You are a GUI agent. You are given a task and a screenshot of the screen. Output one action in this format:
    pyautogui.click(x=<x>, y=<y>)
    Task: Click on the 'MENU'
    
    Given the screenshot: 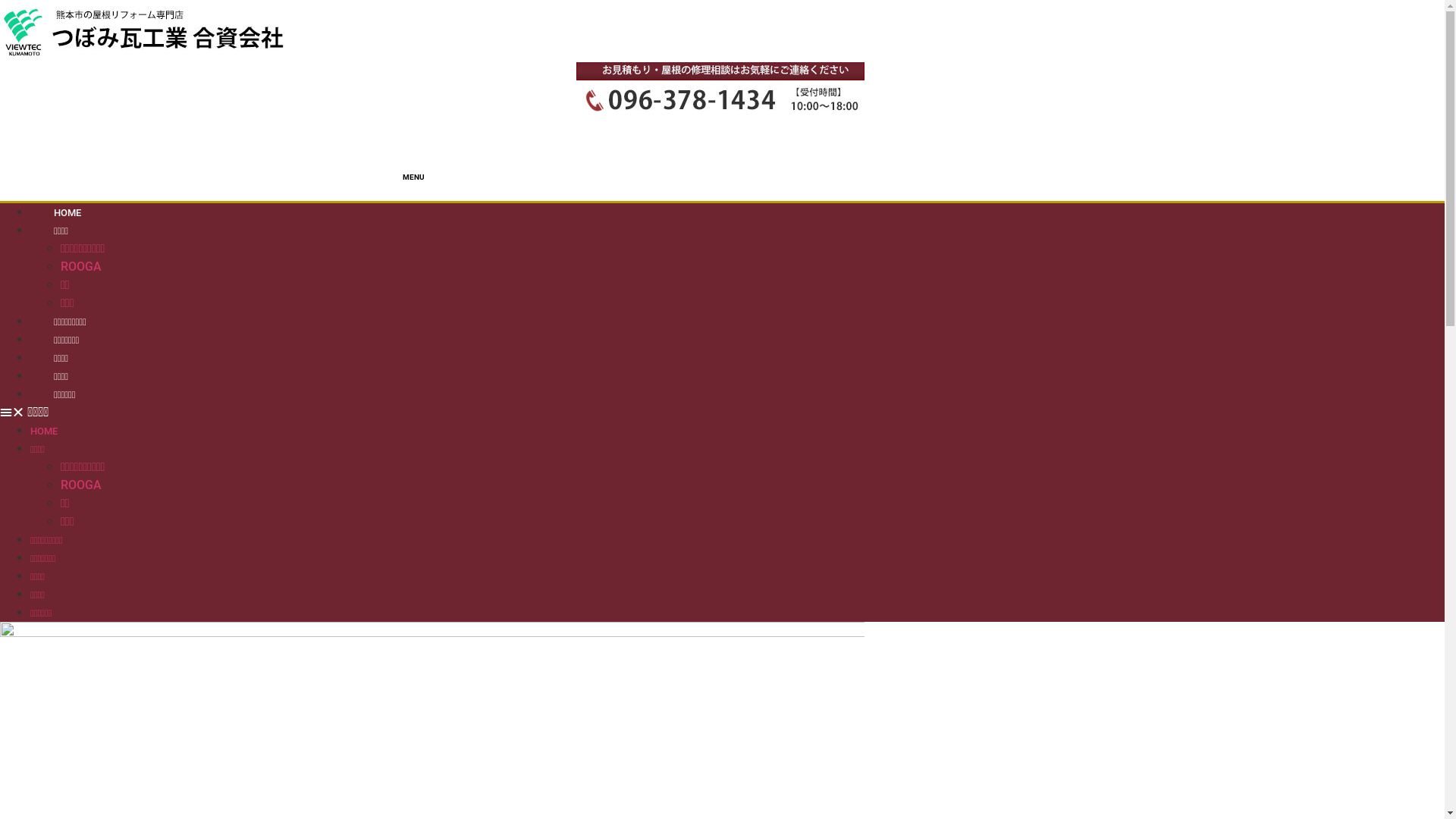 What is the action you would take?
    pyautogui.click(x=431, y=201)
    